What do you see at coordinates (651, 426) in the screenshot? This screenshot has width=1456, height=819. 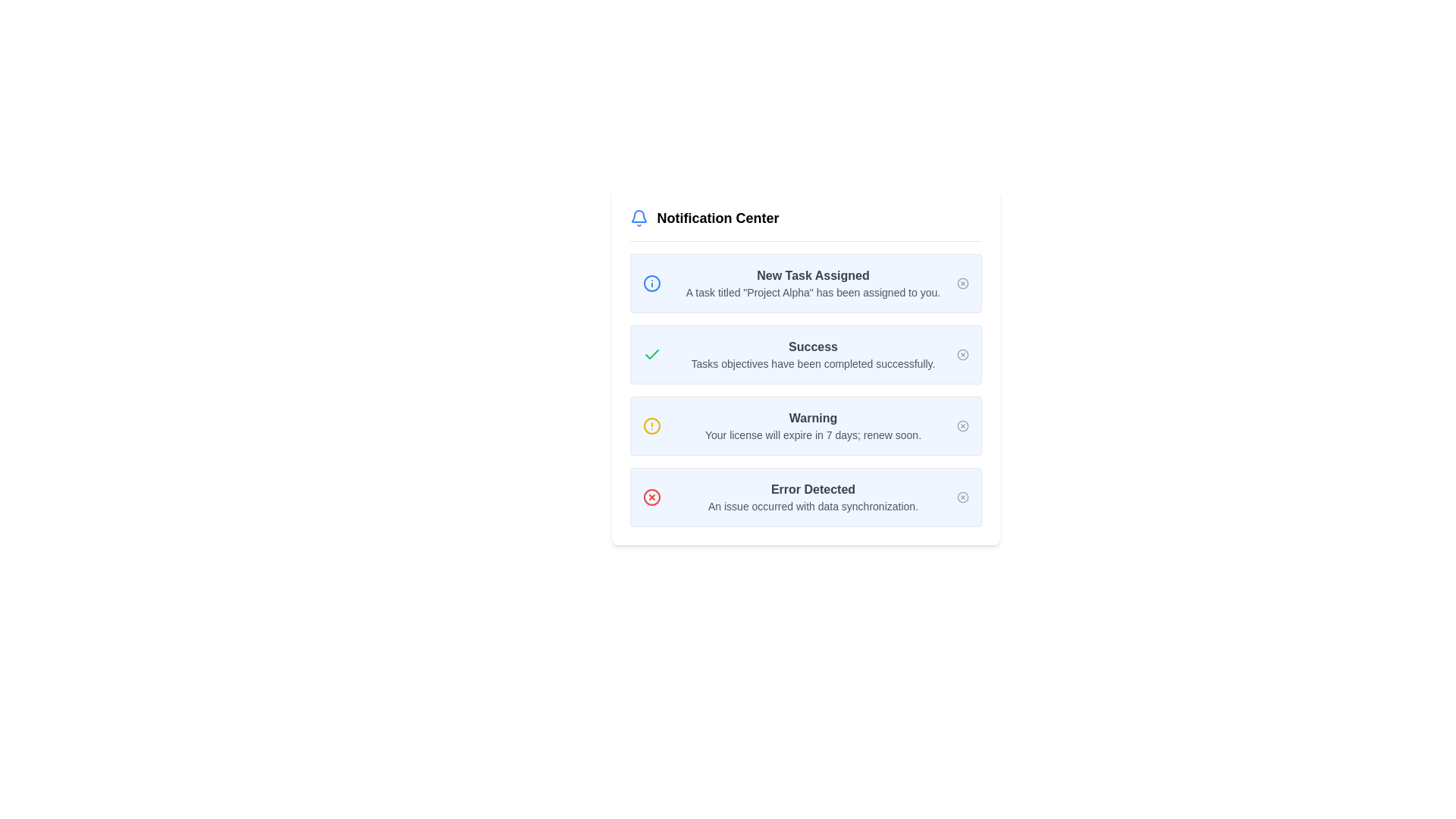 I see `properties of the SVG Circle Component with a yellow border located to the left of the warning text 'Your license will expire in 7 days; renew soon.' in the Notification Center interface` at bounding box center [651, 426].